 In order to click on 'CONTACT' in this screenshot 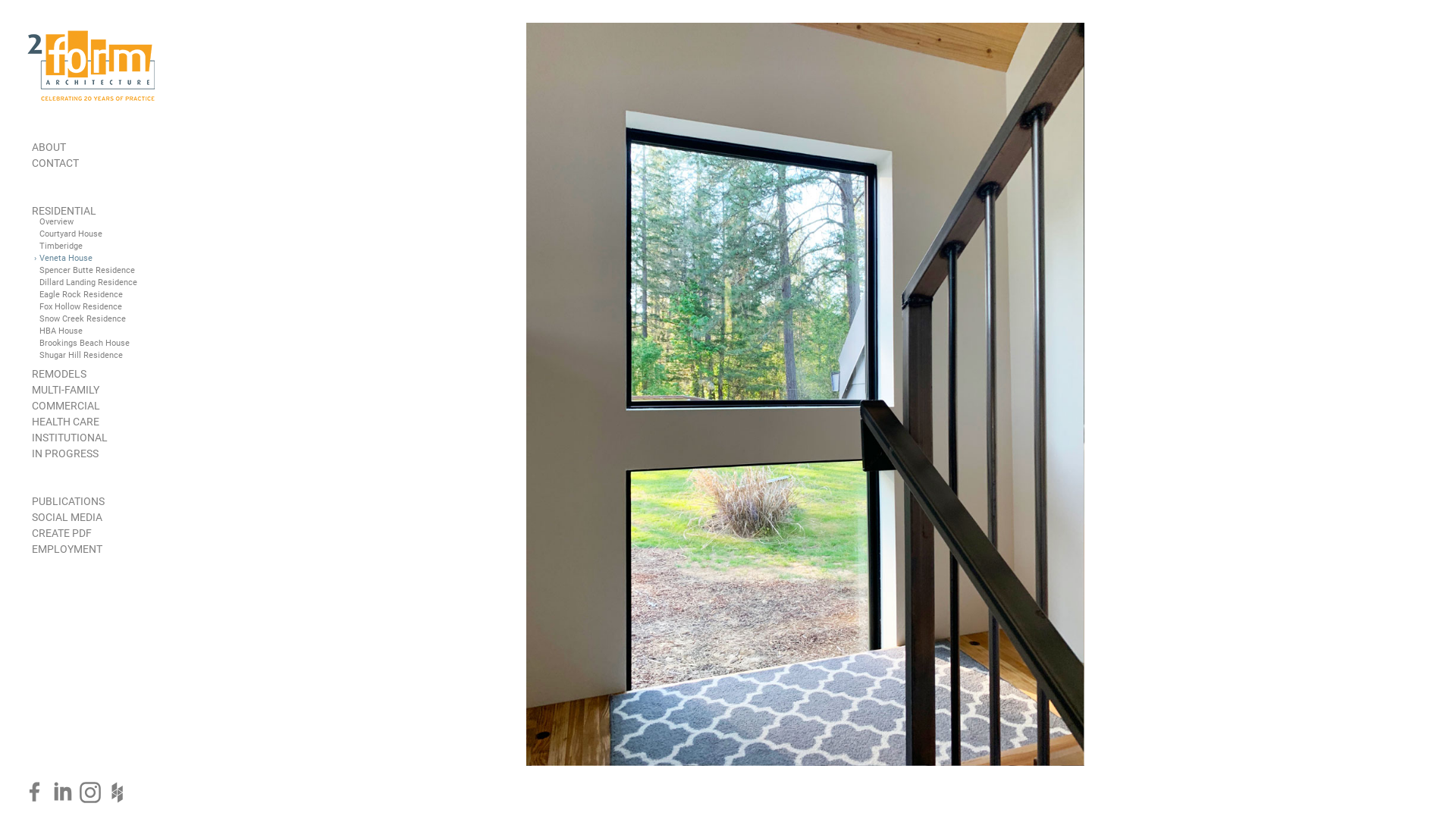, I will do `click(32, 163)`.